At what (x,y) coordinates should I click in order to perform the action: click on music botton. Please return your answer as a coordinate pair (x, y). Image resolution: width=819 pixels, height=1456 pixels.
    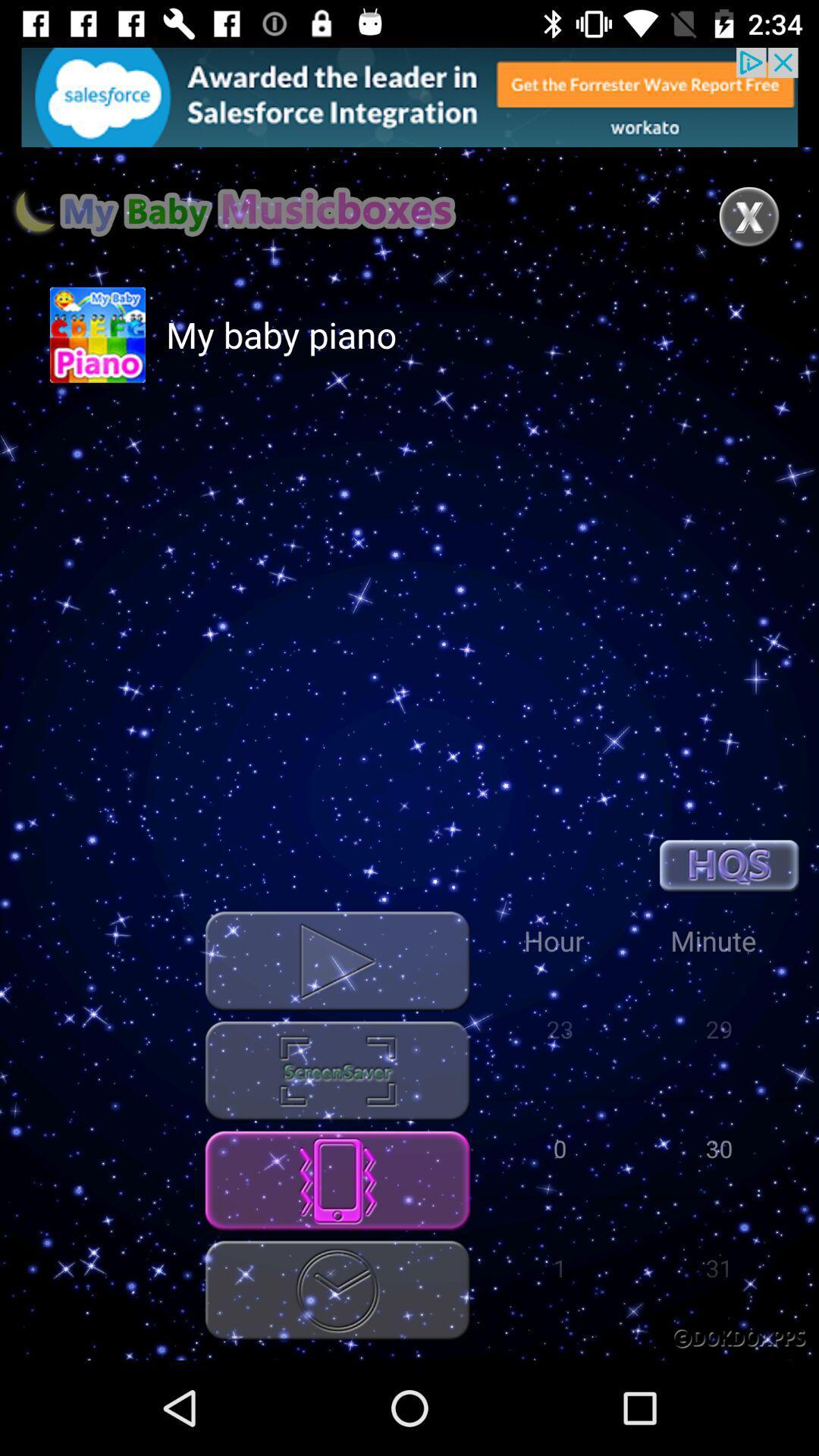
    Looking at the image, I should click on (337, 1070).